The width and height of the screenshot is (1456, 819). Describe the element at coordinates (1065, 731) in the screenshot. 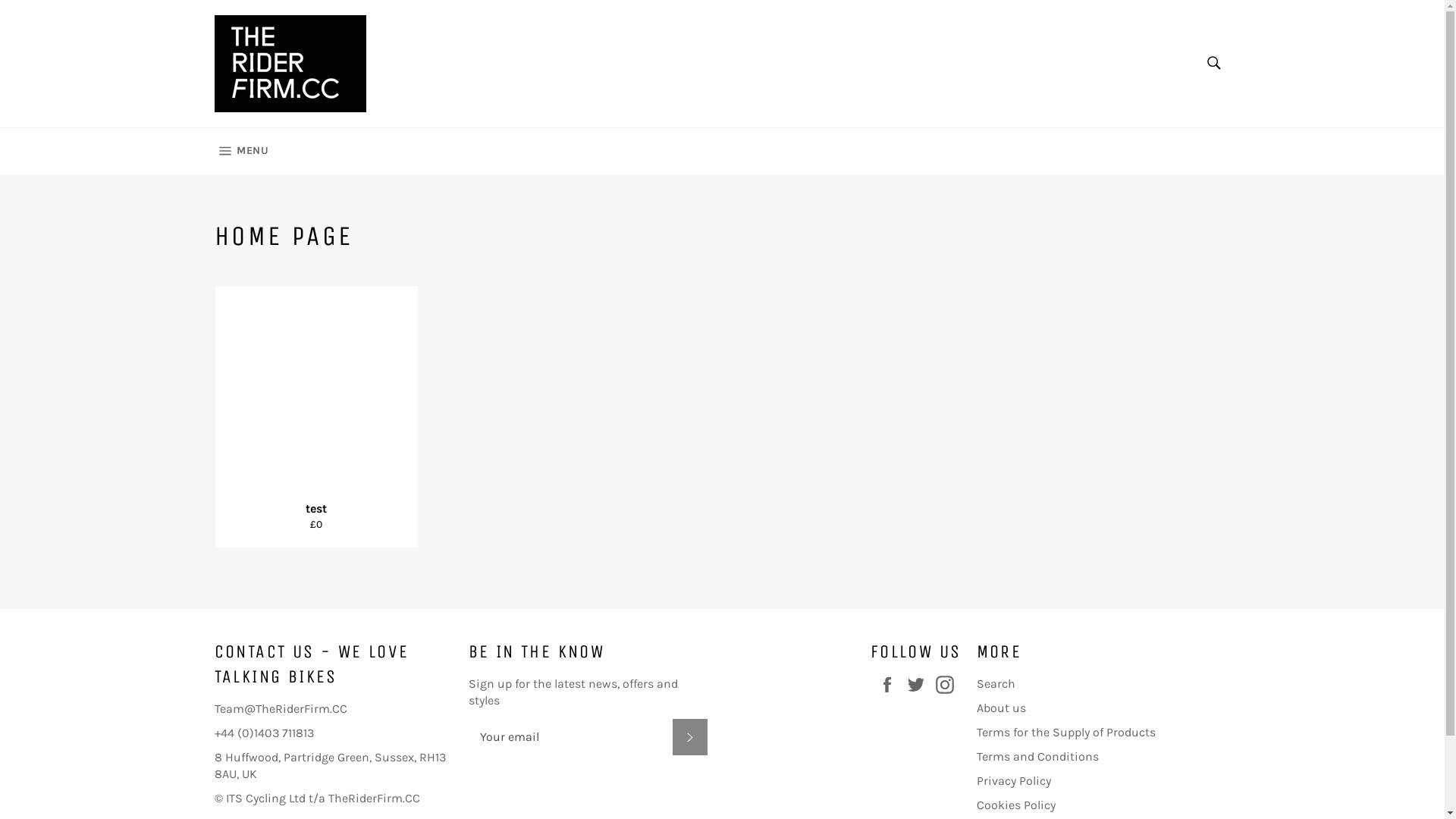

I see `'Terms for the Supply of Products'` at that location.